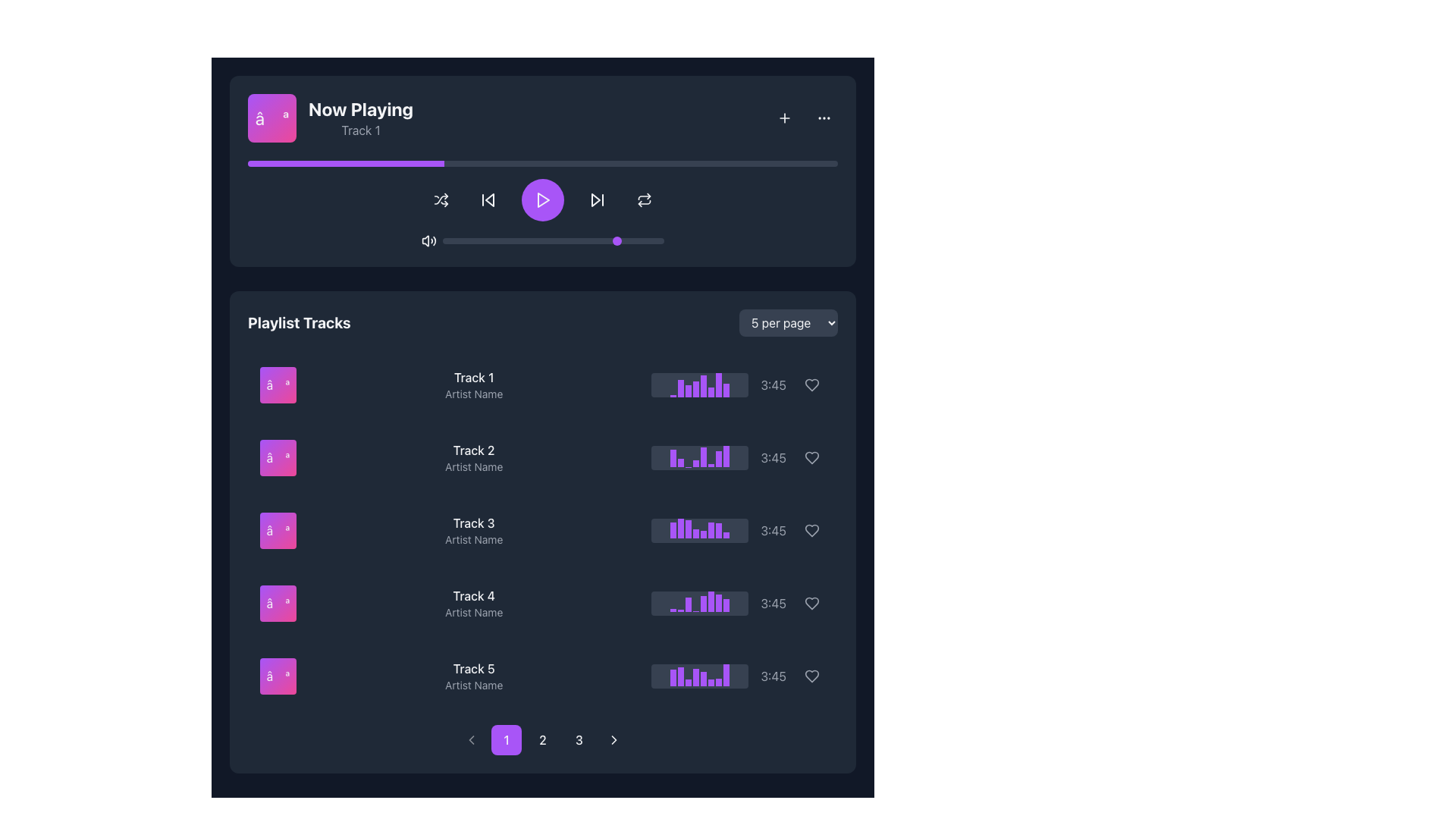 The image size is (1456, 819). What do you see at coordinates (811, 529) in the screenshot?
I see `the heart-shaped icon button located to the far right of the 'Track 4' row in the playlist` at bounding box center [811, 529].